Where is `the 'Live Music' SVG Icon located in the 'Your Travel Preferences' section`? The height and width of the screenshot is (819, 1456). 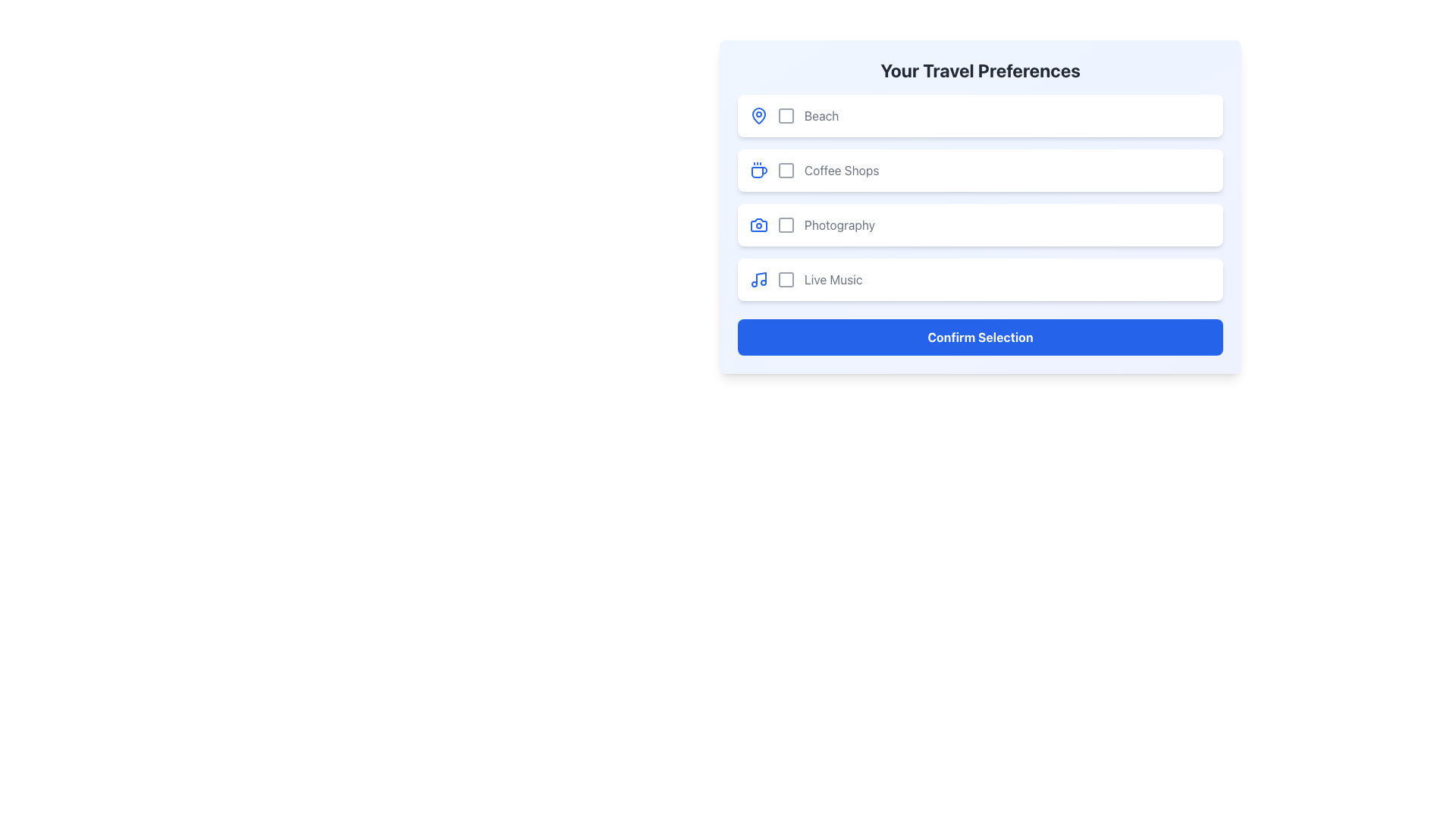 the 'Live Music' SVG Icon located in the 'Your Travel Preferences' section is located at coordinates (761, 278).